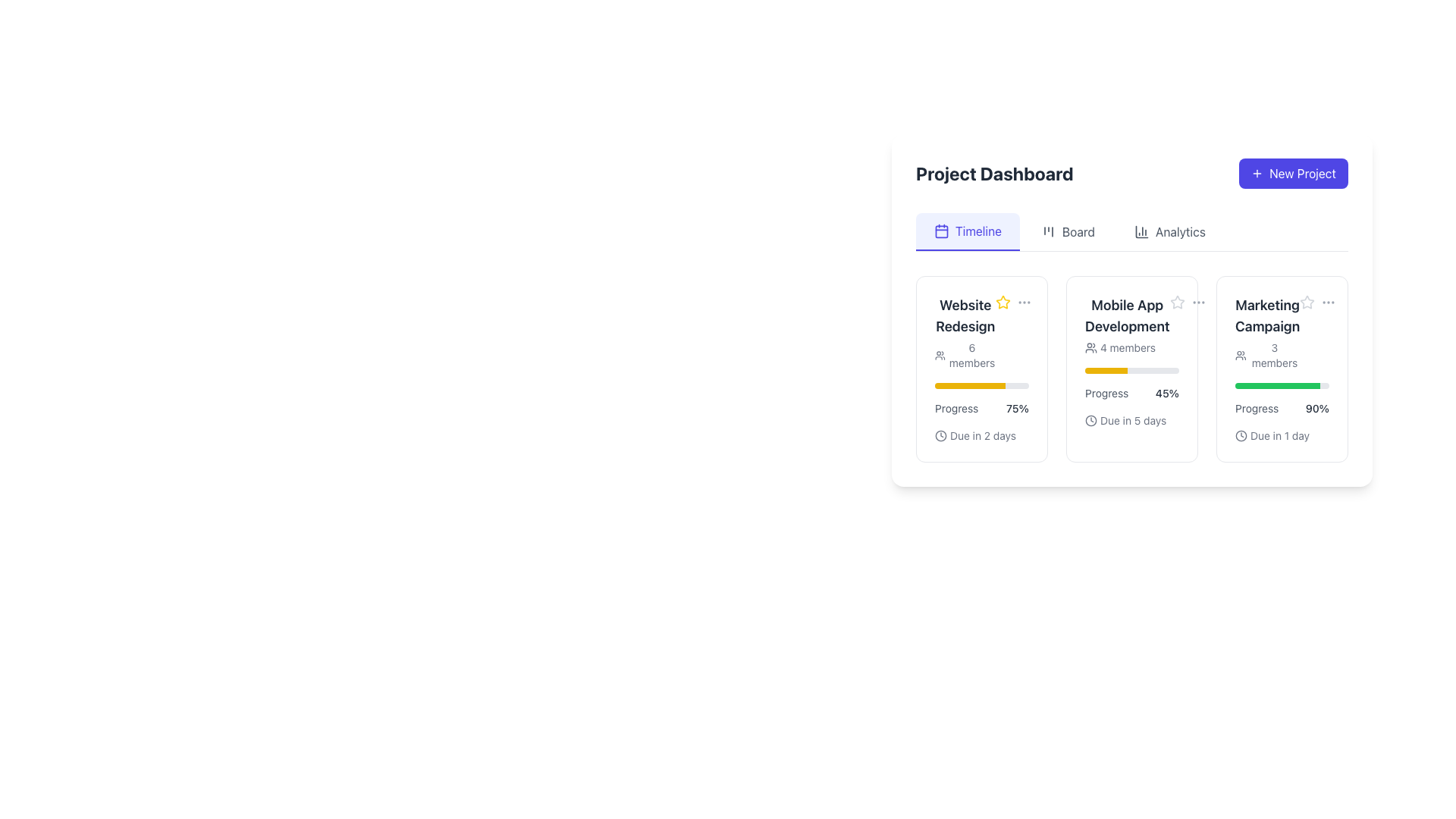 Image resolution: width=1456 pixels, height=819 pixels. Describe the element at coordinates (1328, 302) in the screenshot. I see `the Options menu icon located in the top-right corner of the 'Marketing Campaign' card` at that location.